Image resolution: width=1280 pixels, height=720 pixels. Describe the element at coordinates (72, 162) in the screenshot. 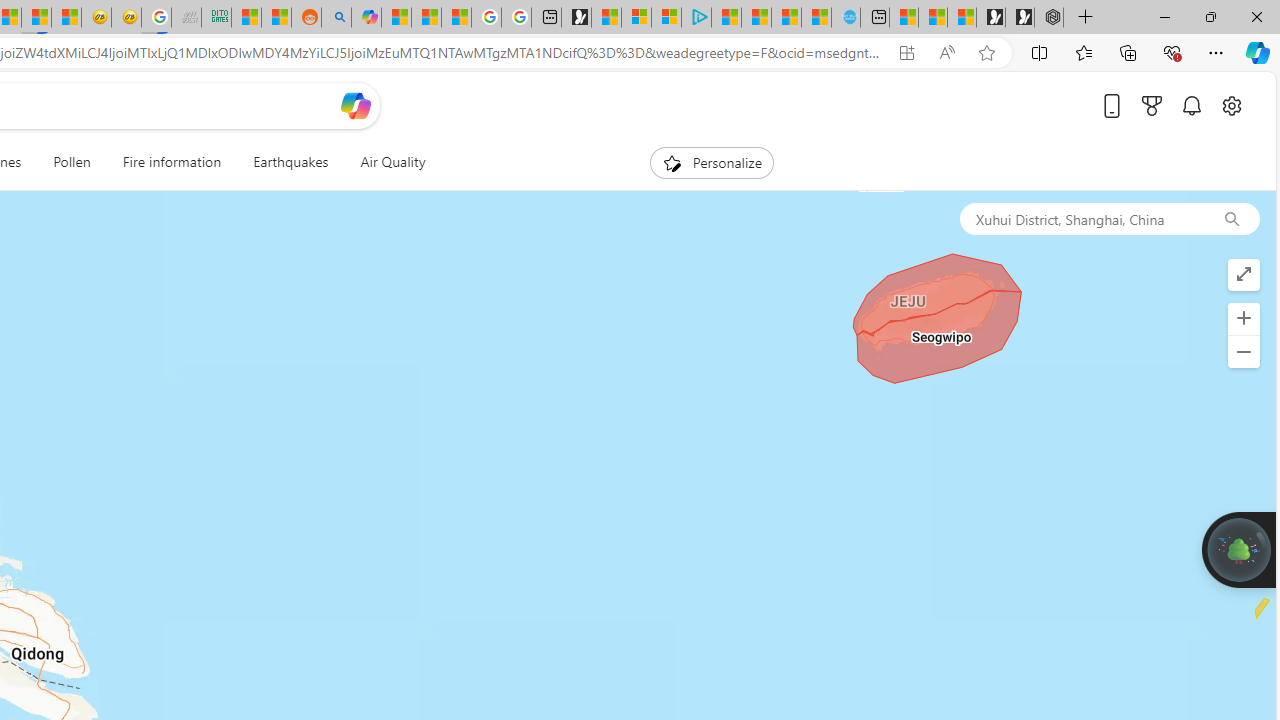

I see `'Pollen'` at that location.